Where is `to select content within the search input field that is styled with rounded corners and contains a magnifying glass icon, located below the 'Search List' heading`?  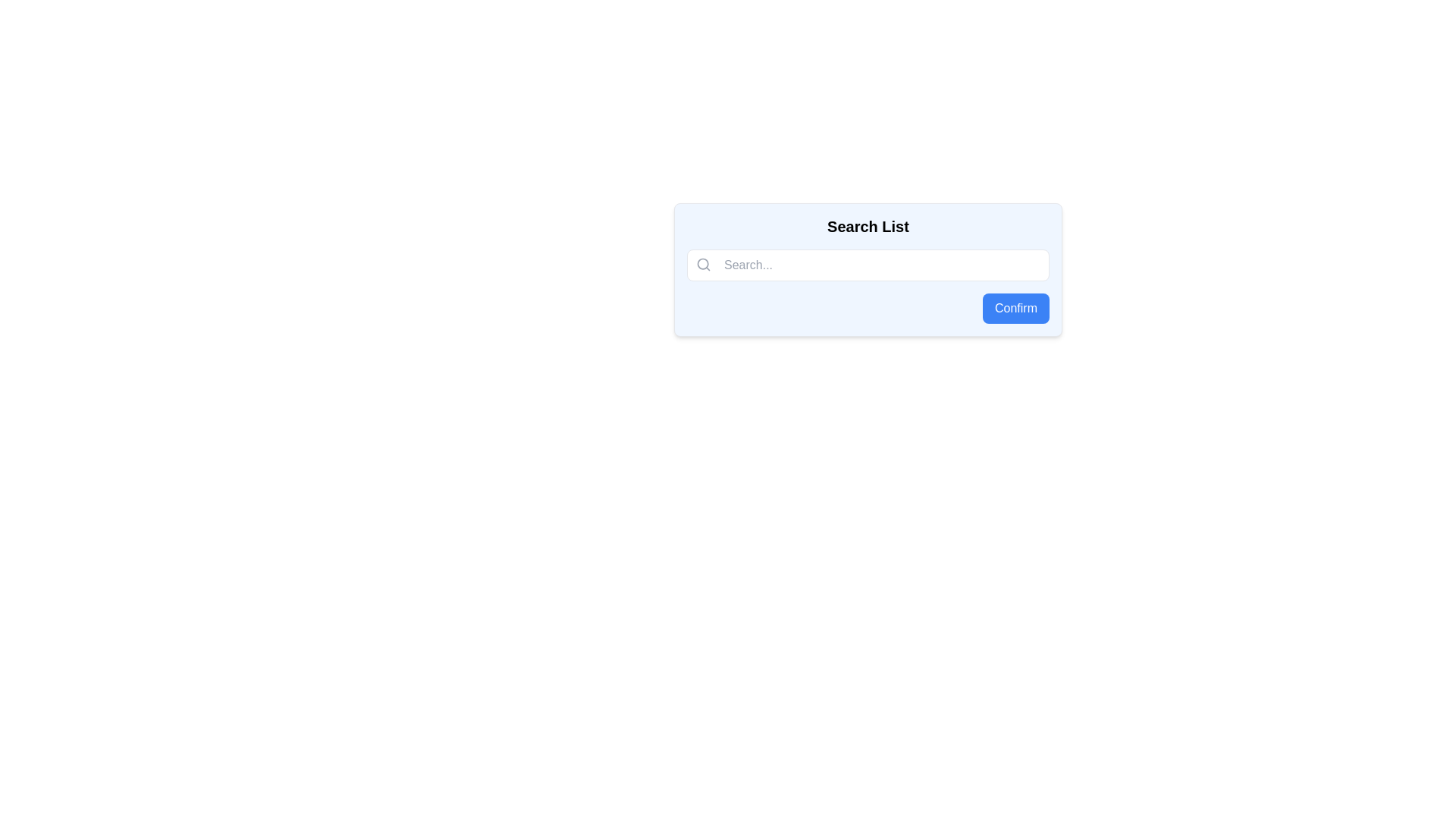
to select content within the search input field that is styled with rounded corners and contains a magnifying glass icon, located below the 'Search List' heading is located at coordinates (868, 265).